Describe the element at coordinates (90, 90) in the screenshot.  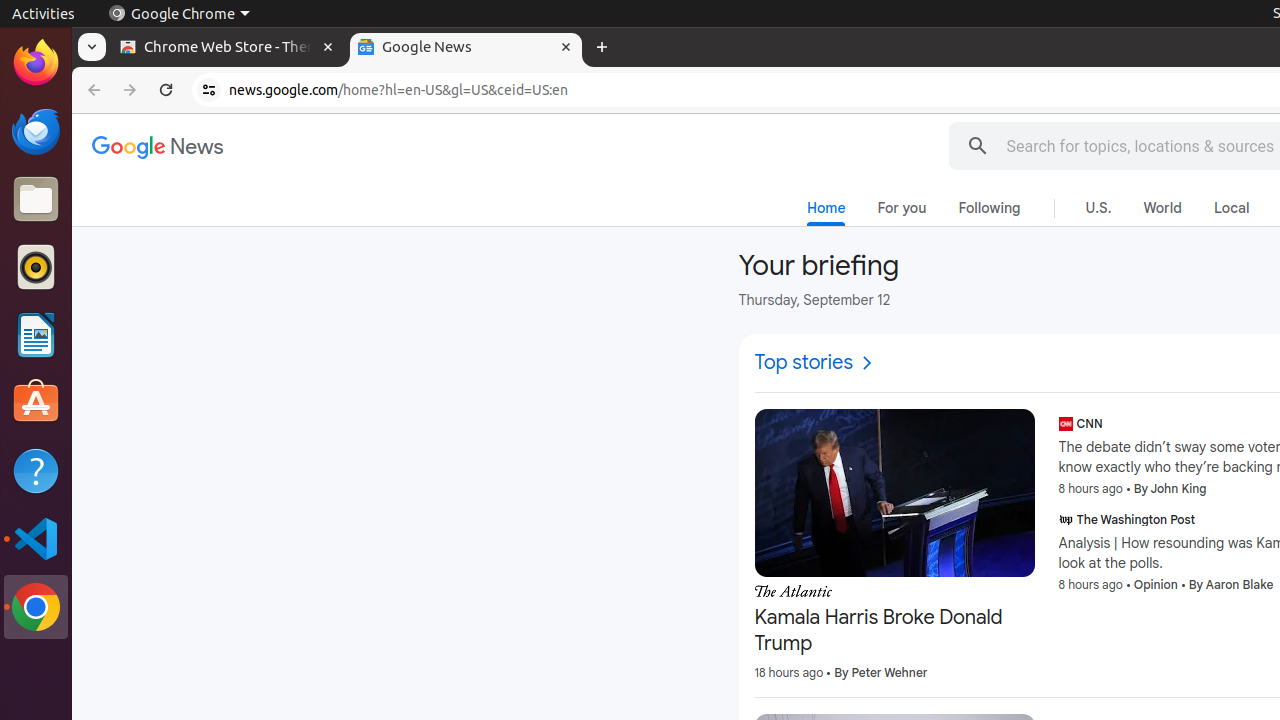
I see `'Back'` at that location.